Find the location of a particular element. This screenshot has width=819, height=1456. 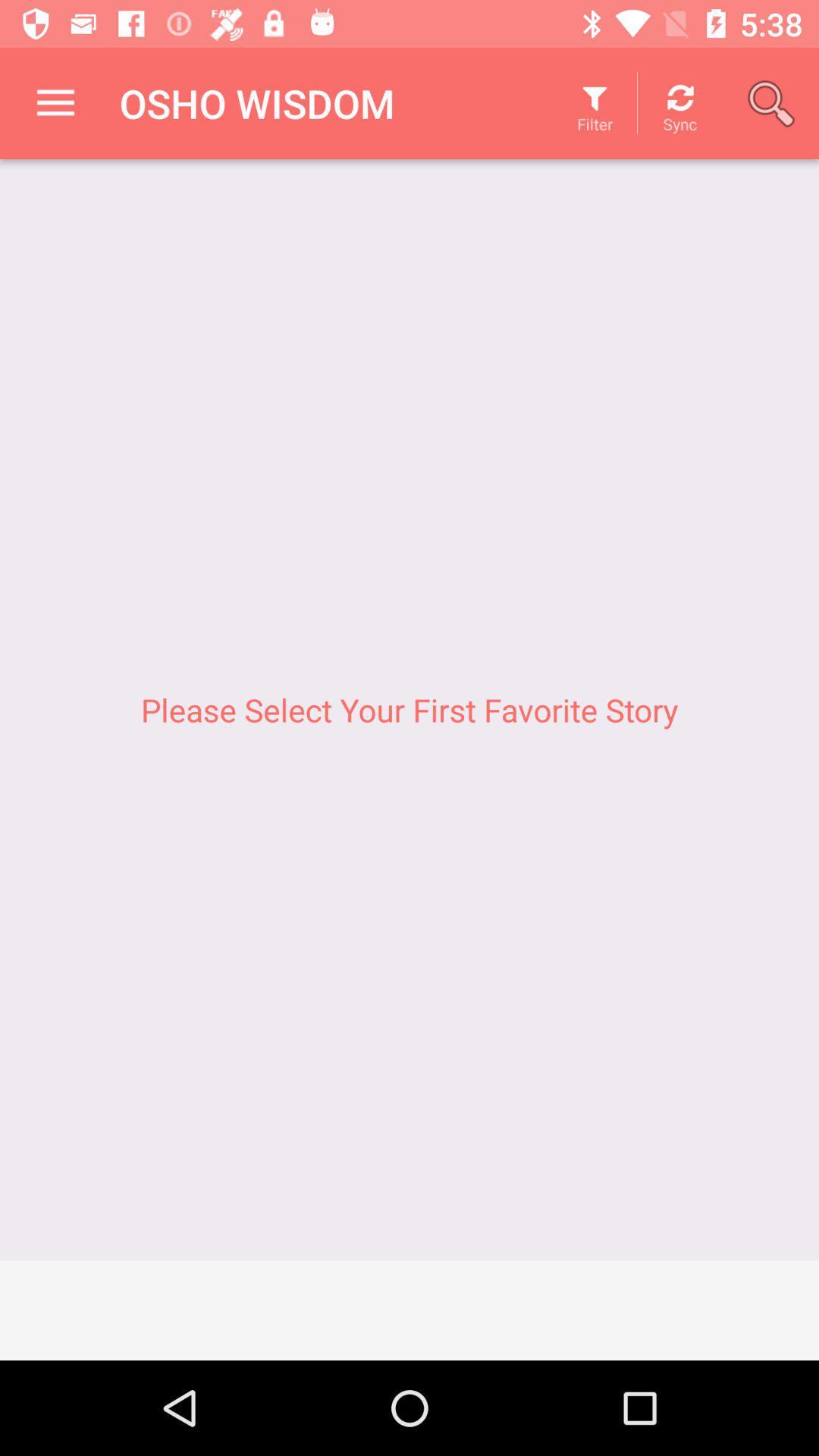

the app to the left of osho wisdom app is located at coordinates (55, 102).